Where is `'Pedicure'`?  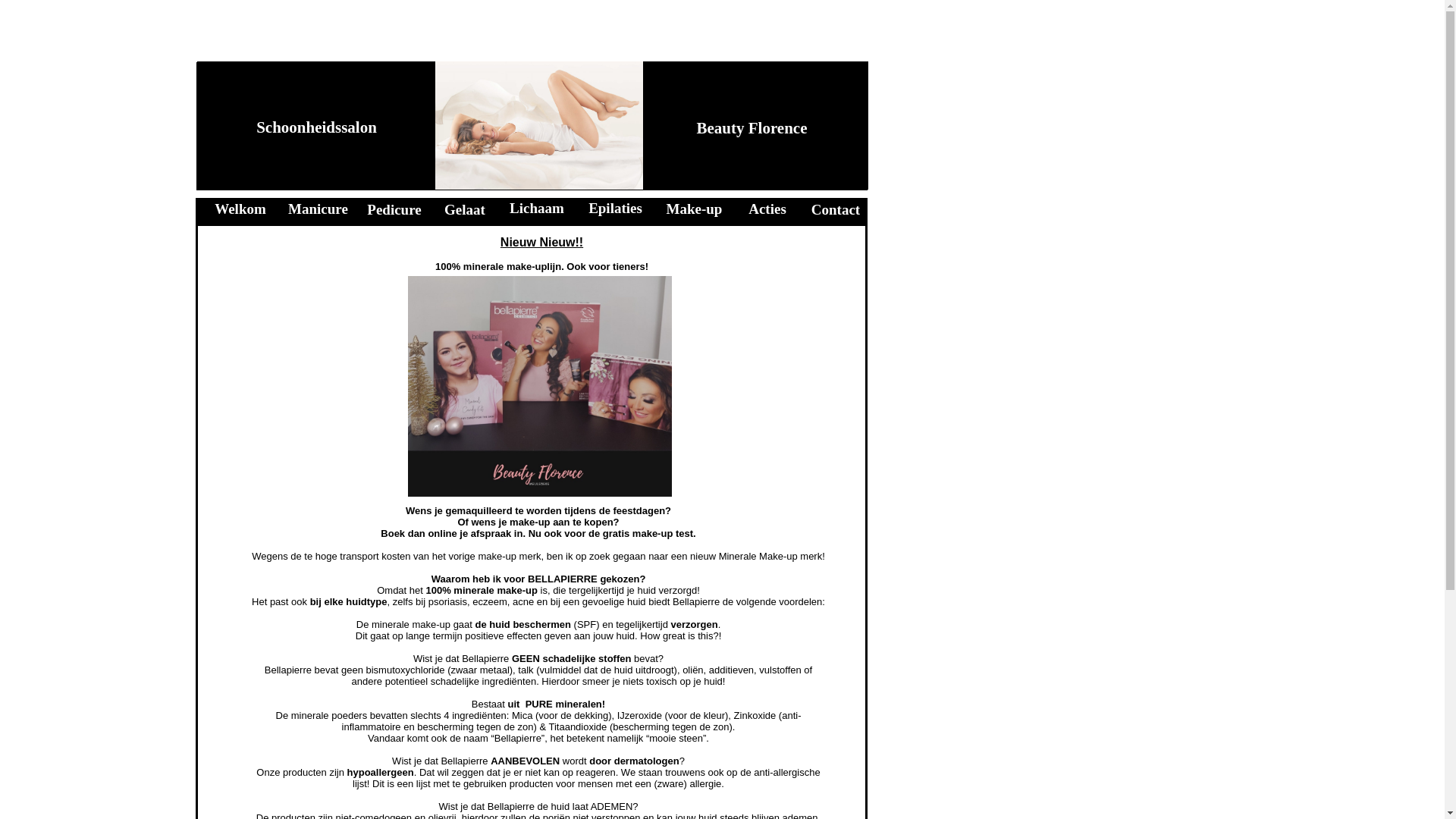
'Pedicure' is located at coordinates (367, 209).